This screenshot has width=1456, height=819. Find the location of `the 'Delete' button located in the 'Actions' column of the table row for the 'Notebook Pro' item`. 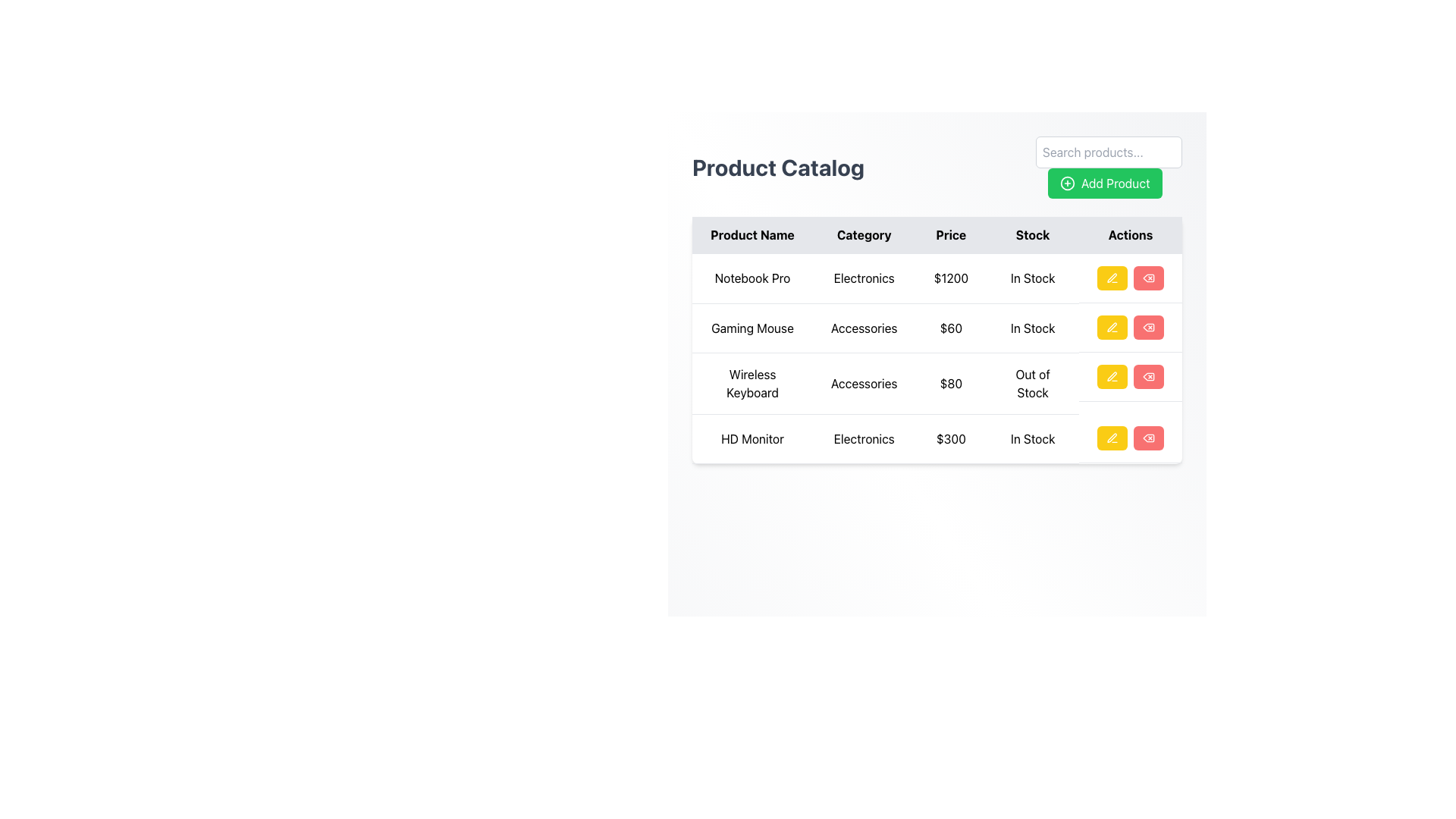

the 'Delete' button located in the 'Actions' column of the table row for the 'Notebook Pro' item is located at coordinates (1149, 278).